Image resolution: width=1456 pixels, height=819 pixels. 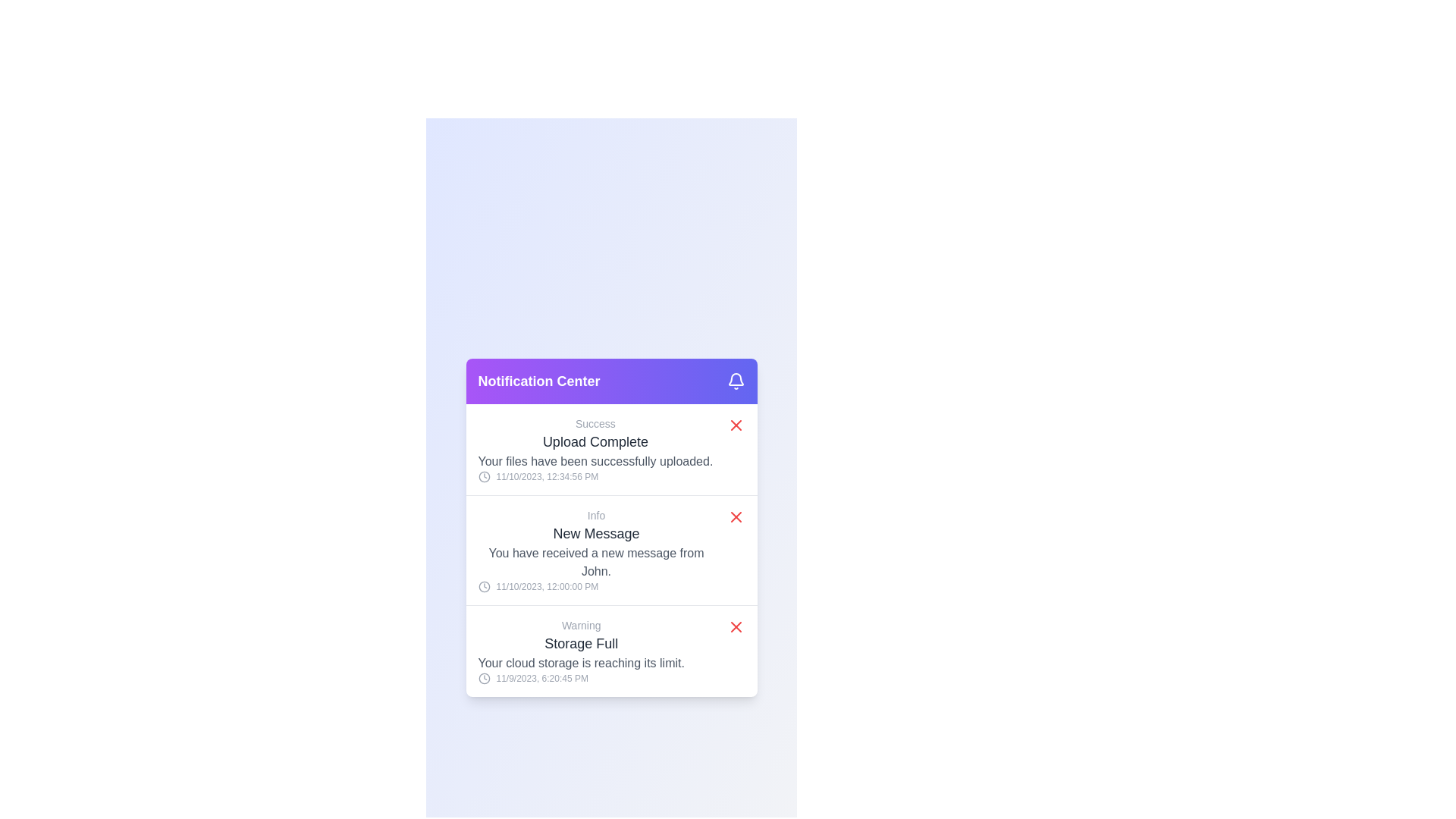 I want to click on information from the text label that indicates the user's cloud storage is full, which is the second line in the 'Warning' notification card, so click(x=580, y=643).